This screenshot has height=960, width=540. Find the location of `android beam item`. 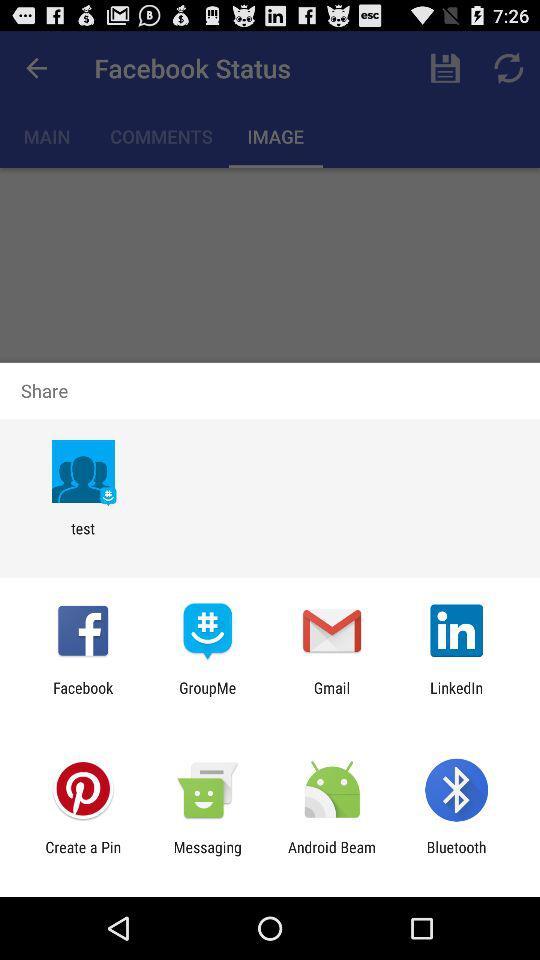

android beam item is located at coordinates (332, 855).